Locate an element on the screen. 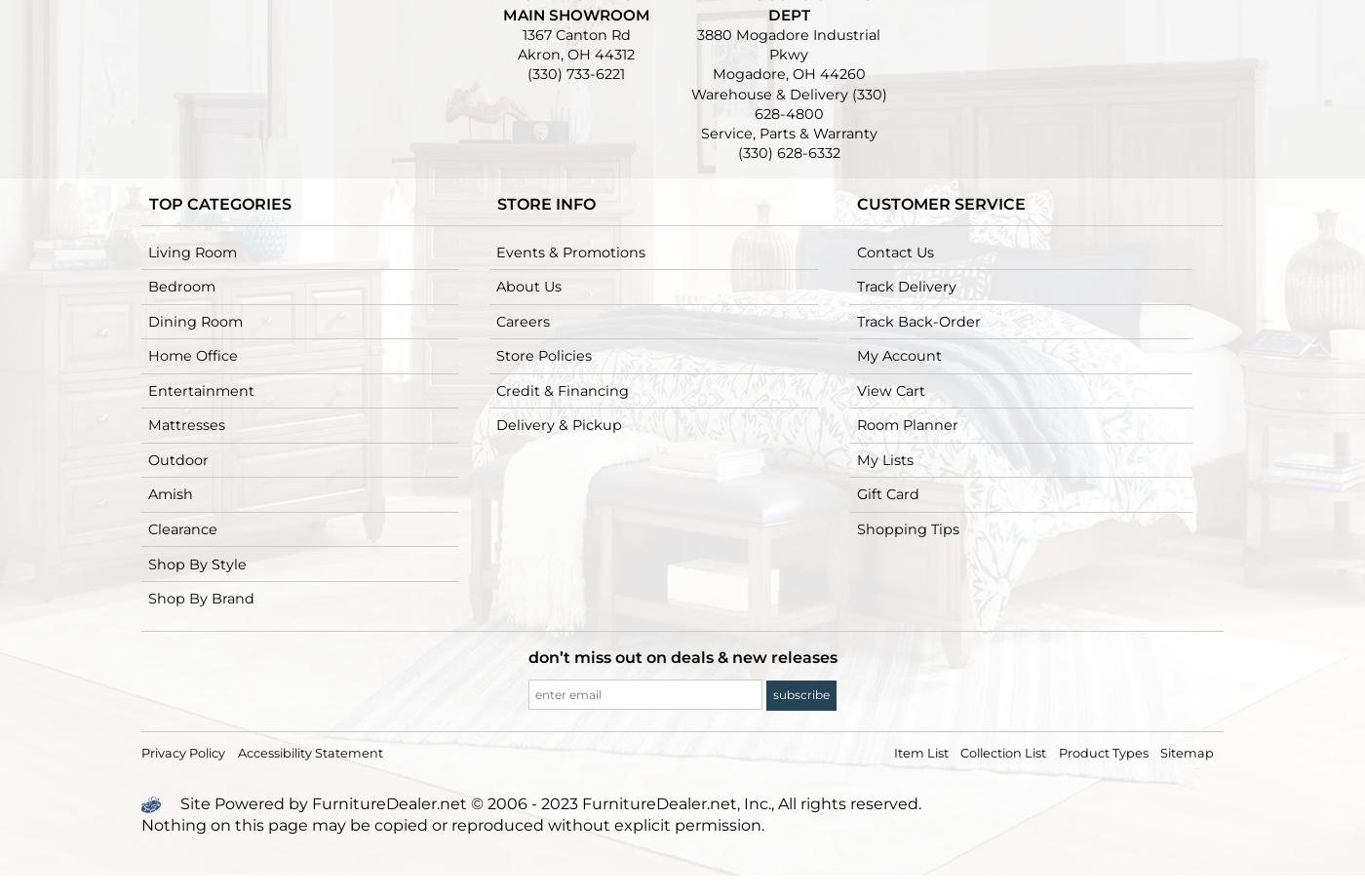  'Accessibility Statement' is located at coordinates (309, 752).